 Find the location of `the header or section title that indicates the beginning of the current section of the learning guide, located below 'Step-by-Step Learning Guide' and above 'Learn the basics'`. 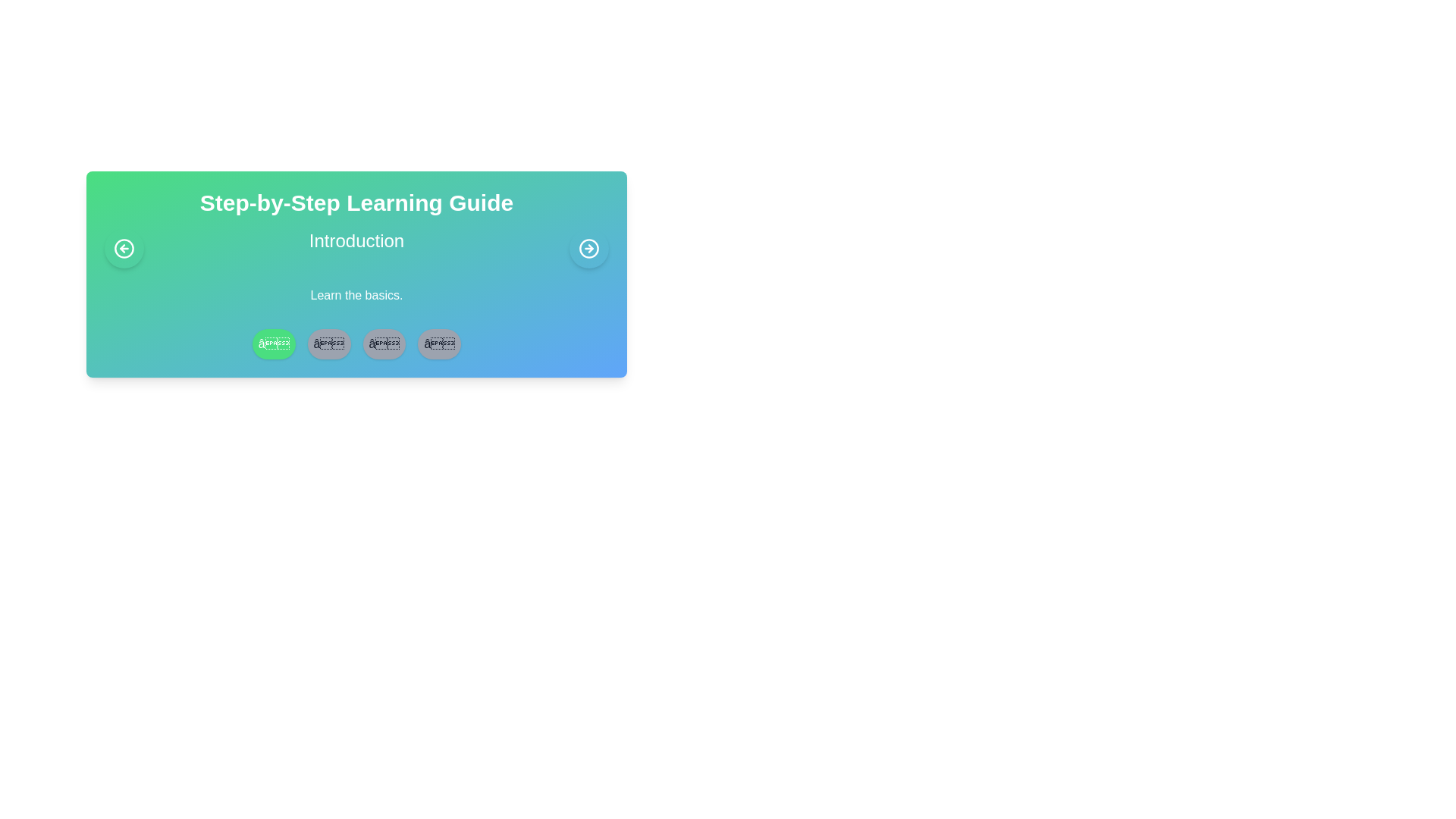

the header or section title that indicates the beginning of the current section of the learning guide, located below 'Step-by-Step Learning Guide' and above 'Learn the basics' is located at coordinates (356, 247).